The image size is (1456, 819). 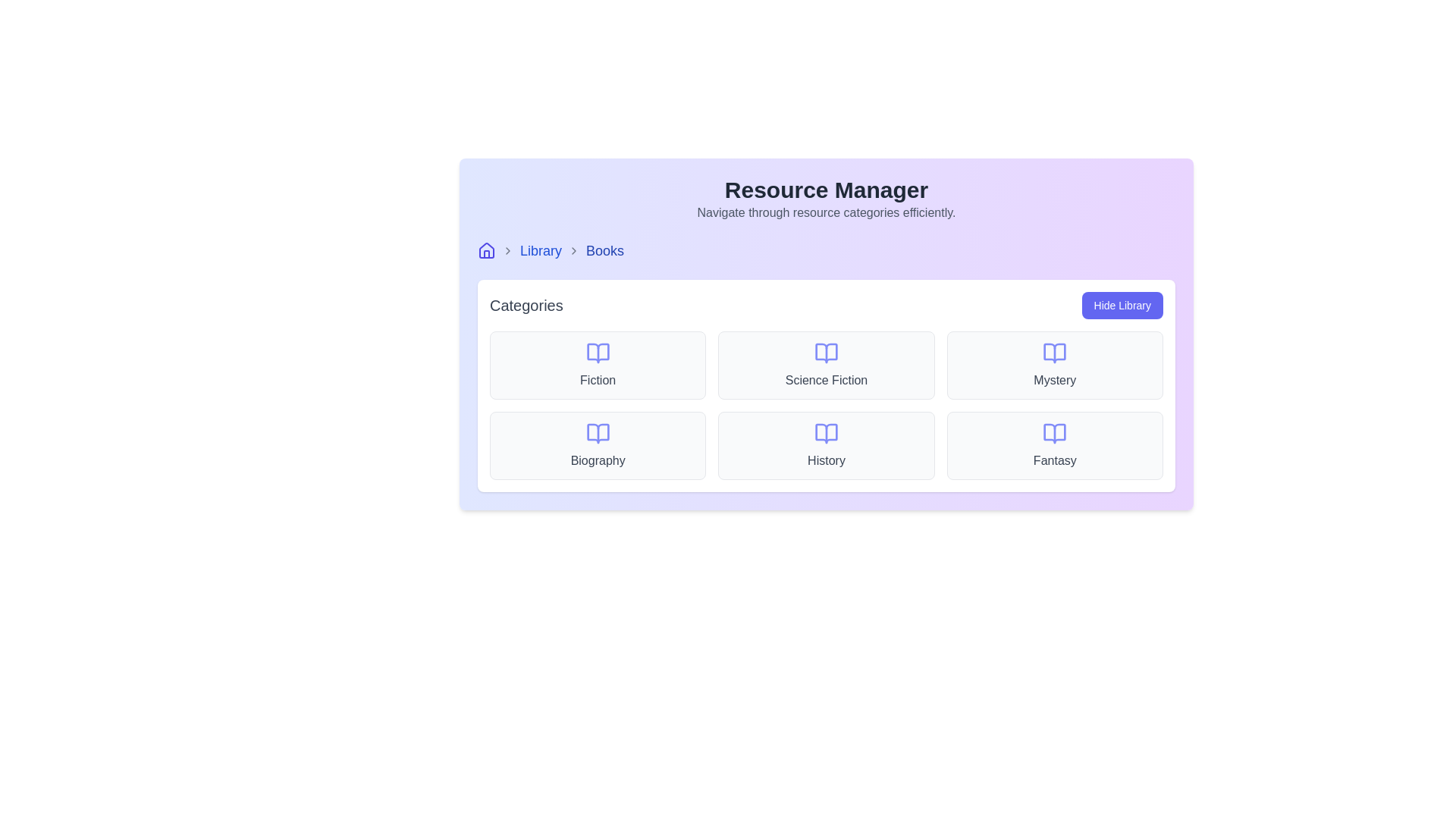 I want to click on the open book icon styled in light indigo color, located above the 'History' label in the fourth tile of the category grid layout, so click(x=825, y=433).